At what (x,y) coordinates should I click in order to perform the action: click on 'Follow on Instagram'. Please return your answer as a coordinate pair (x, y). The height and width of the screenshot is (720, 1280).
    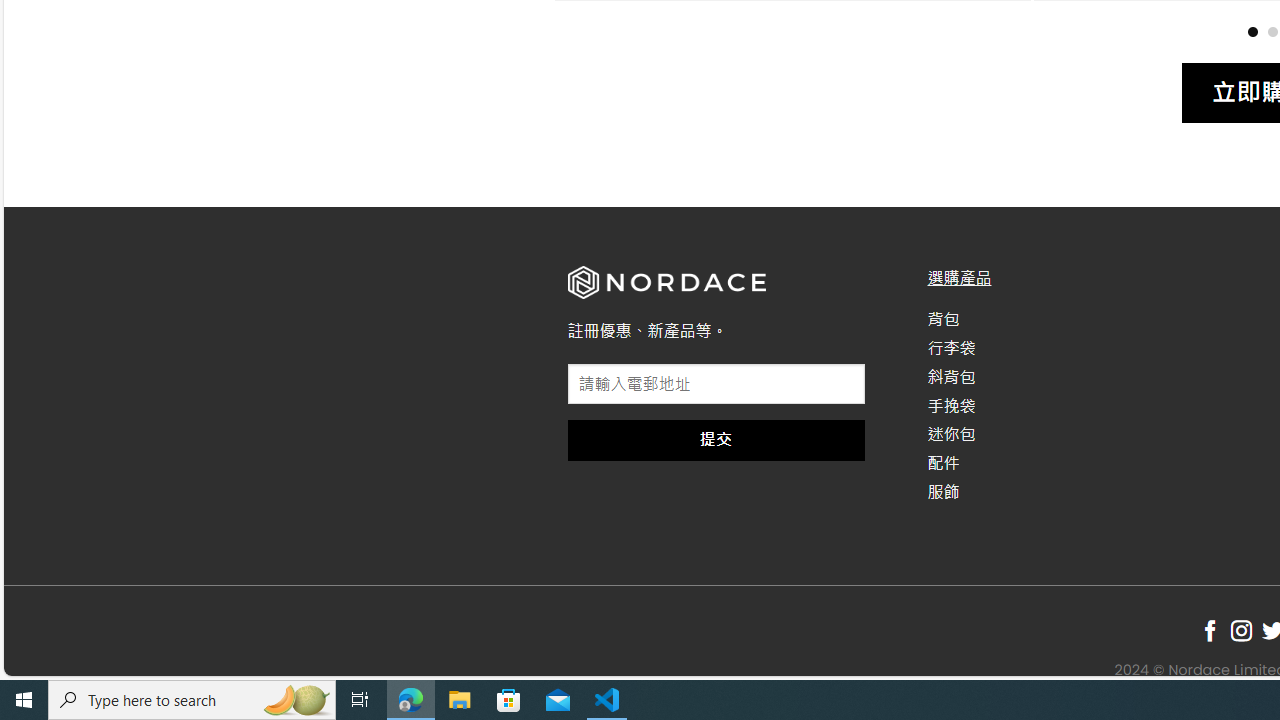
    Looking at the image, I should click on (1240, 631).